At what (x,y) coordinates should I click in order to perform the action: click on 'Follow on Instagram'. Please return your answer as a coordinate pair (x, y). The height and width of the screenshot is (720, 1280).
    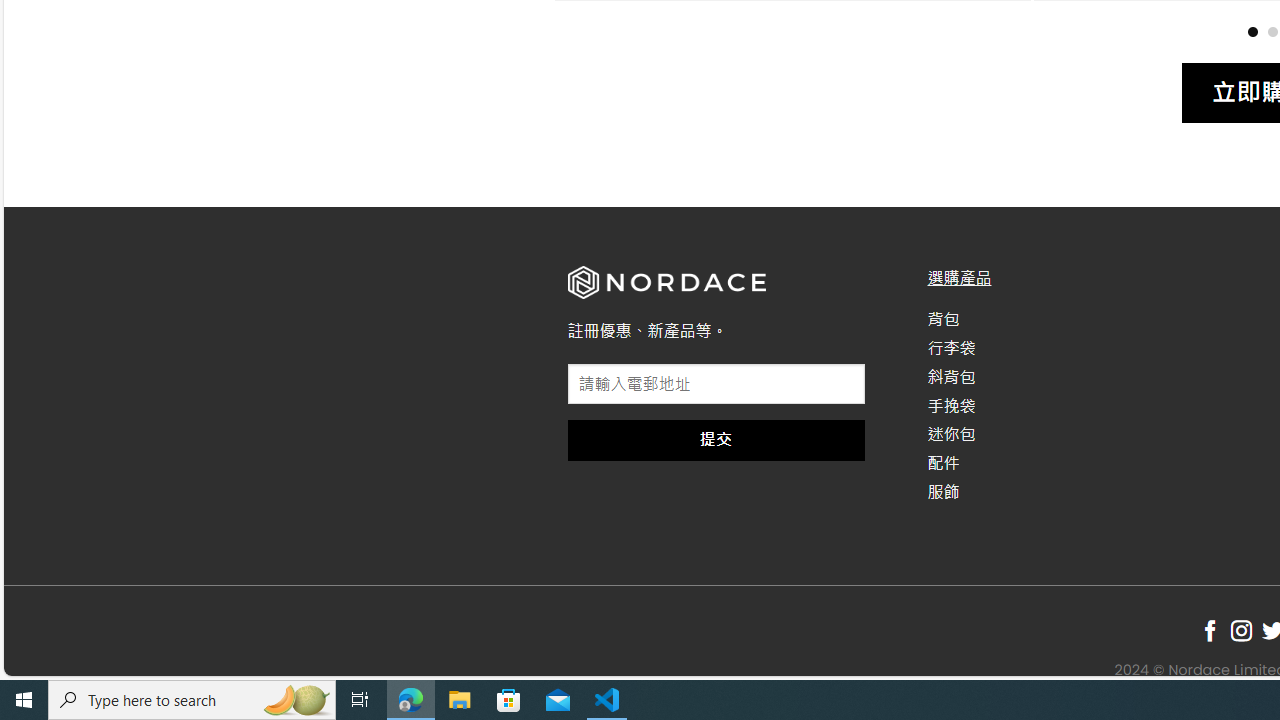
    Looking at the image, I should click on (1240, 631).